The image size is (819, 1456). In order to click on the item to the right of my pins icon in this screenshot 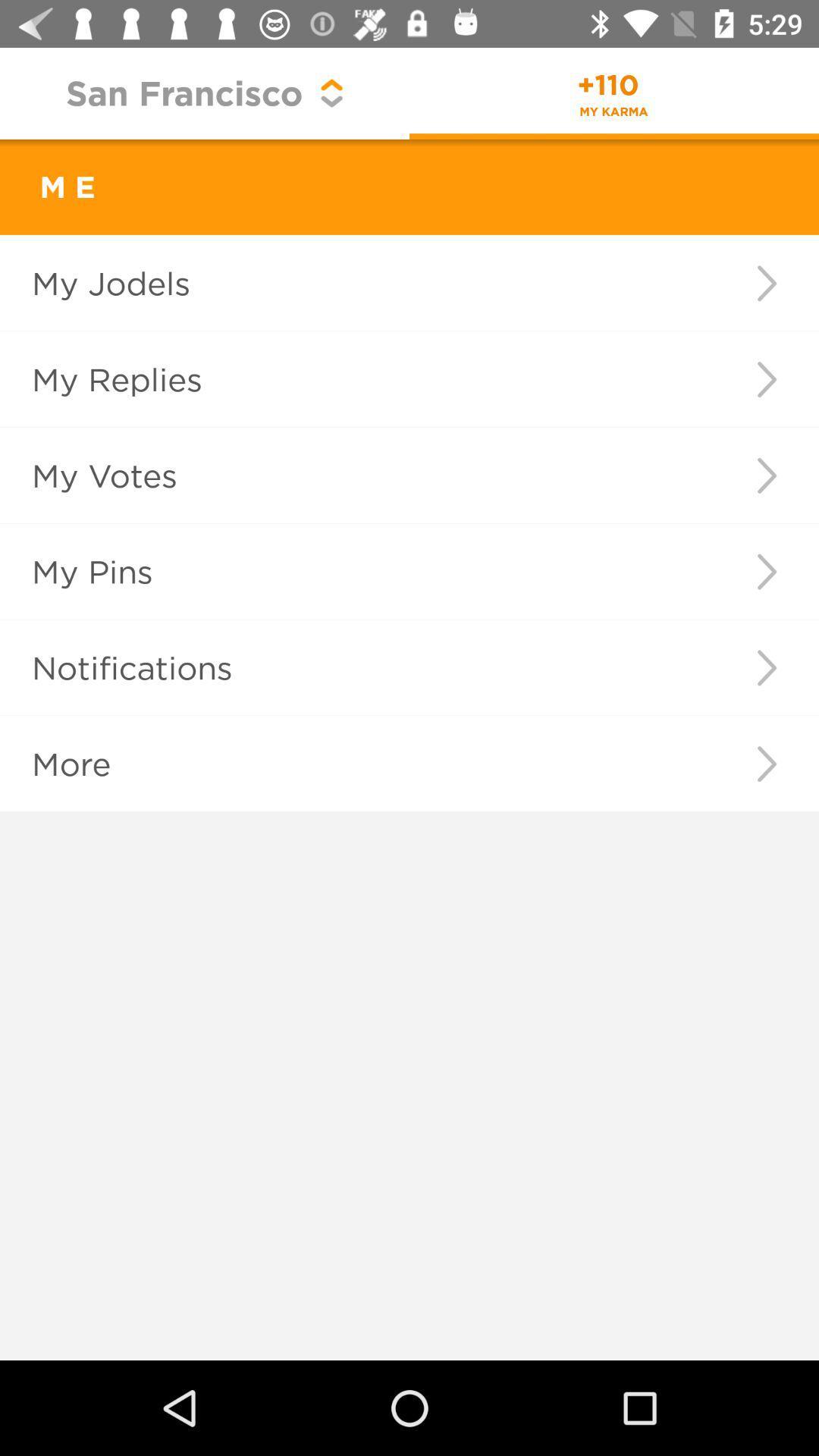, I will do `click(767, 570)`.